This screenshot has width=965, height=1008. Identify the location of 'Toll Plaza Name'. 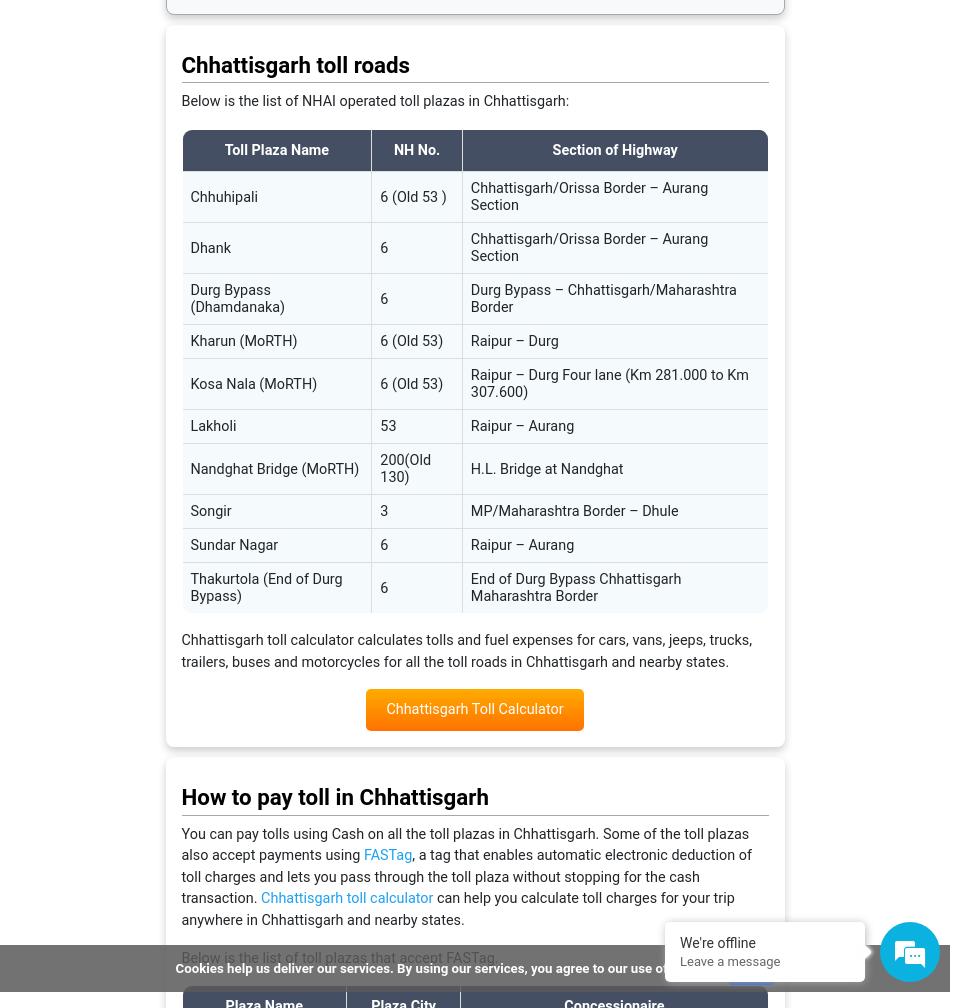
(276, 150).